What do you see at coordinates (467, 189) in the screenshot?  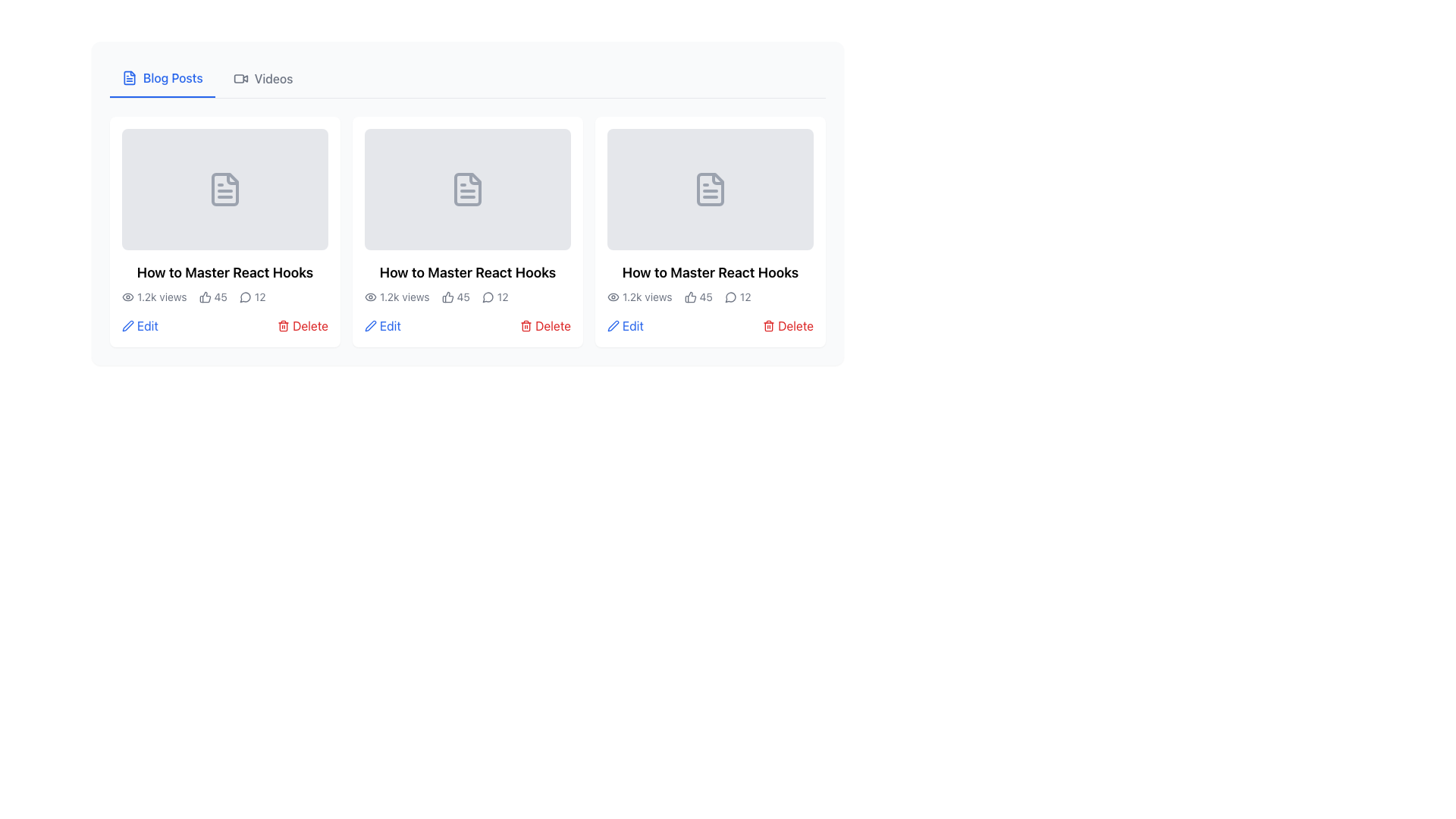 I see `the document icon located within the second card of a row of three cards, which visually represents a document or text file` at bounding box center [467, 189].